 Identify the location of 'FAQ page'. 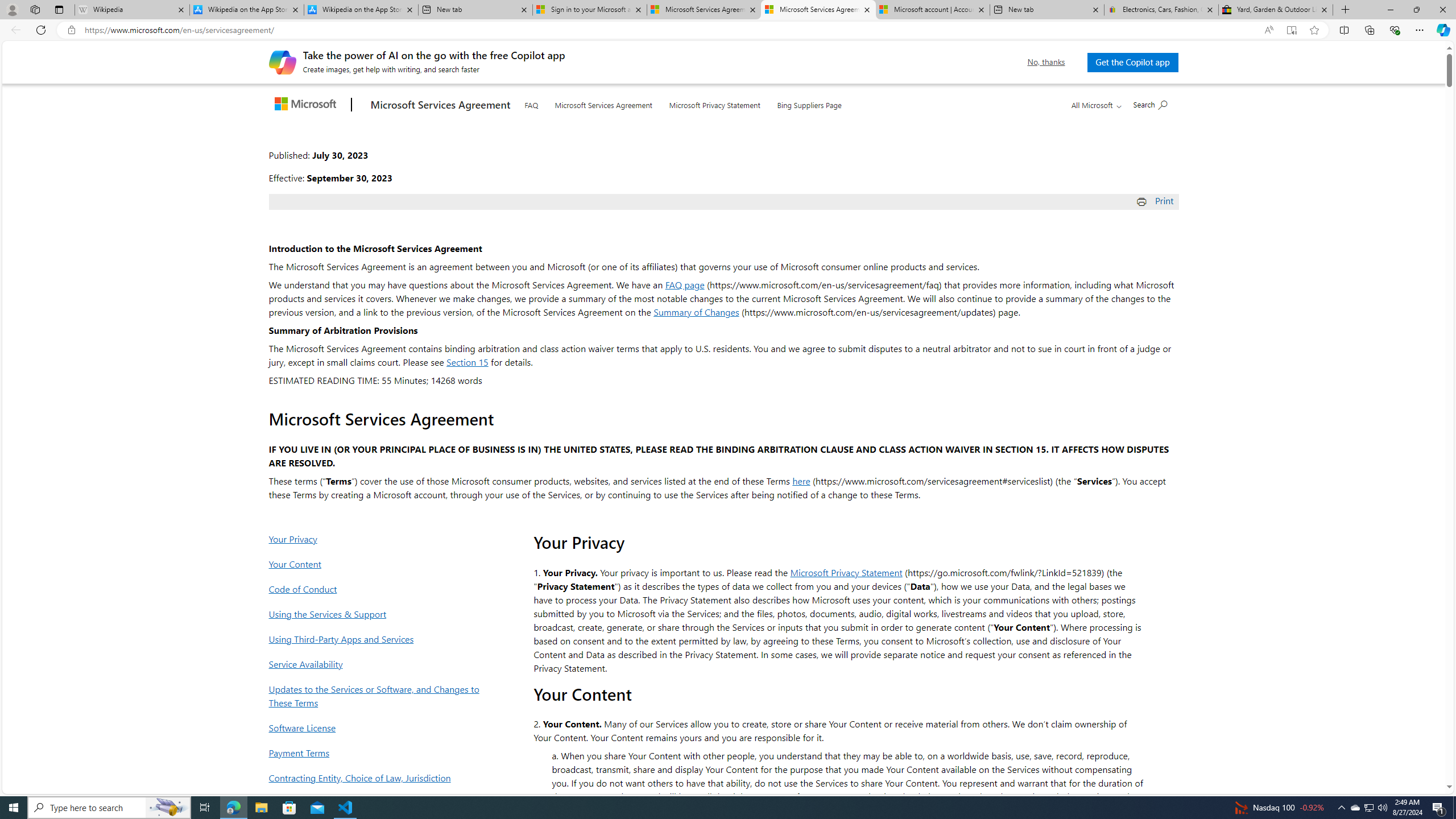
(684, 284).